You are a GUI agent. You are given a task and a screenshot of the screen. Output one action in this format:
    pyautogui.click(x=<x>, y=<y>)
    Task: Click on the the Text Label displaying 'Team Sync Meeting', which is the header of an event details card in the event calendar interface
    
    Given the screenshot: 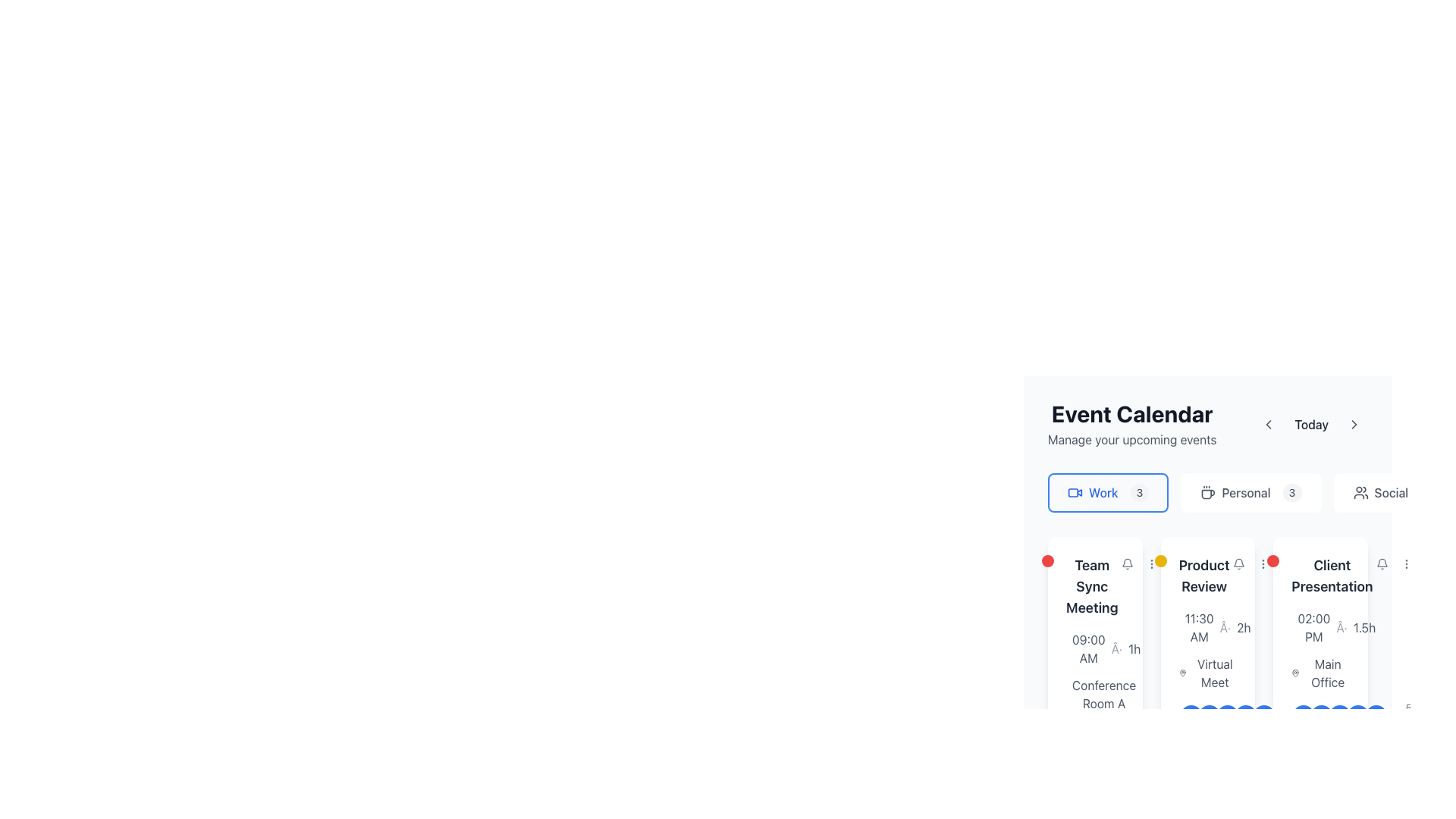 What is the action you would take?
    pyautogui.click(x=1095, y=586)
    